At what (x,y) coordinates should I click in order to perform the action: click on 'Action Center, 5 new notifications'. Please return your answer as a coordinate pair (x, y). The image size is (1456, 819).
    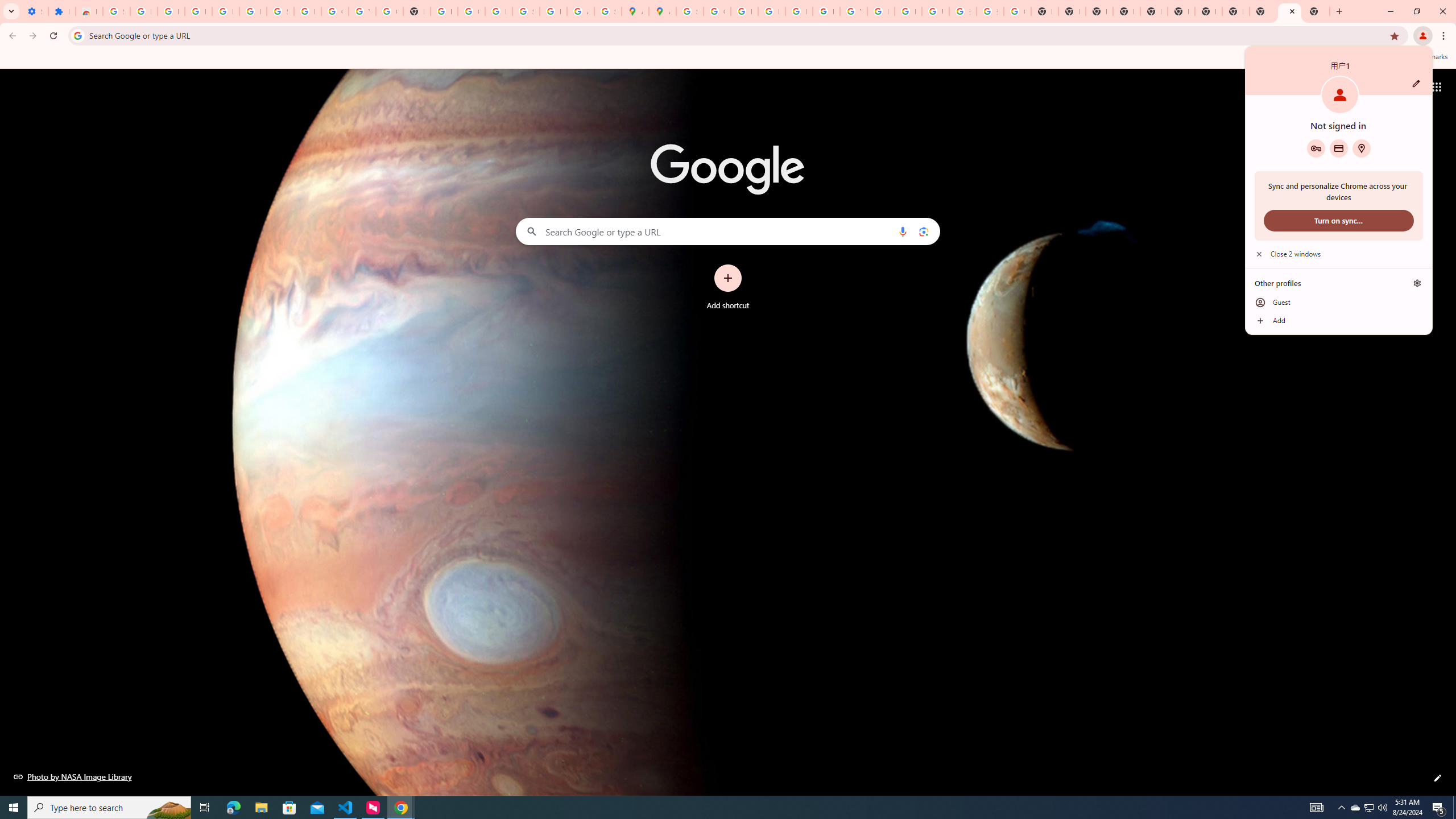
    Looking at the image, I should click on (1439, 806).